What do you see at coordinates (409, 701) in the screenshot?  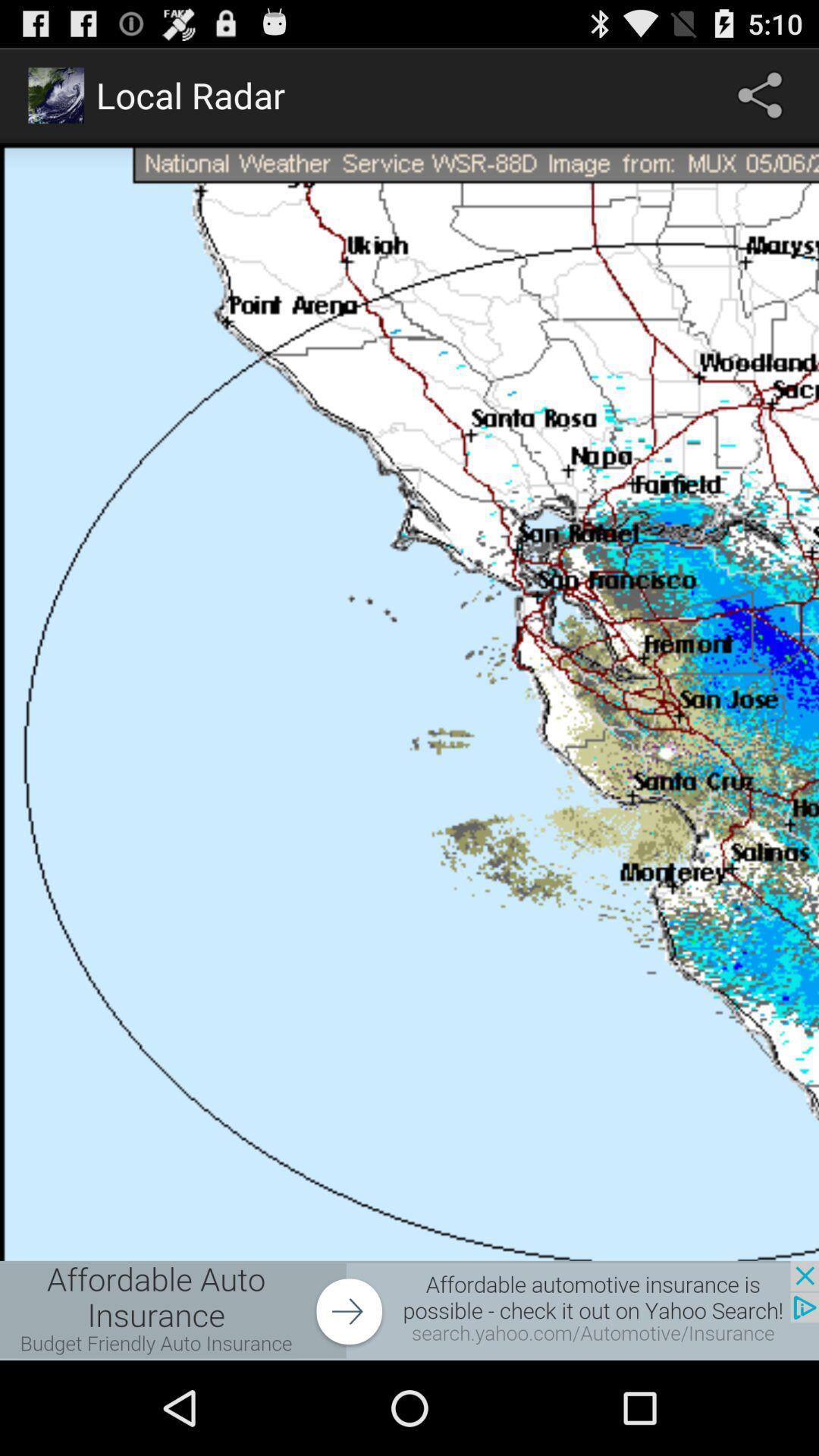 I see `total web page` at bounding box center [409, 701].